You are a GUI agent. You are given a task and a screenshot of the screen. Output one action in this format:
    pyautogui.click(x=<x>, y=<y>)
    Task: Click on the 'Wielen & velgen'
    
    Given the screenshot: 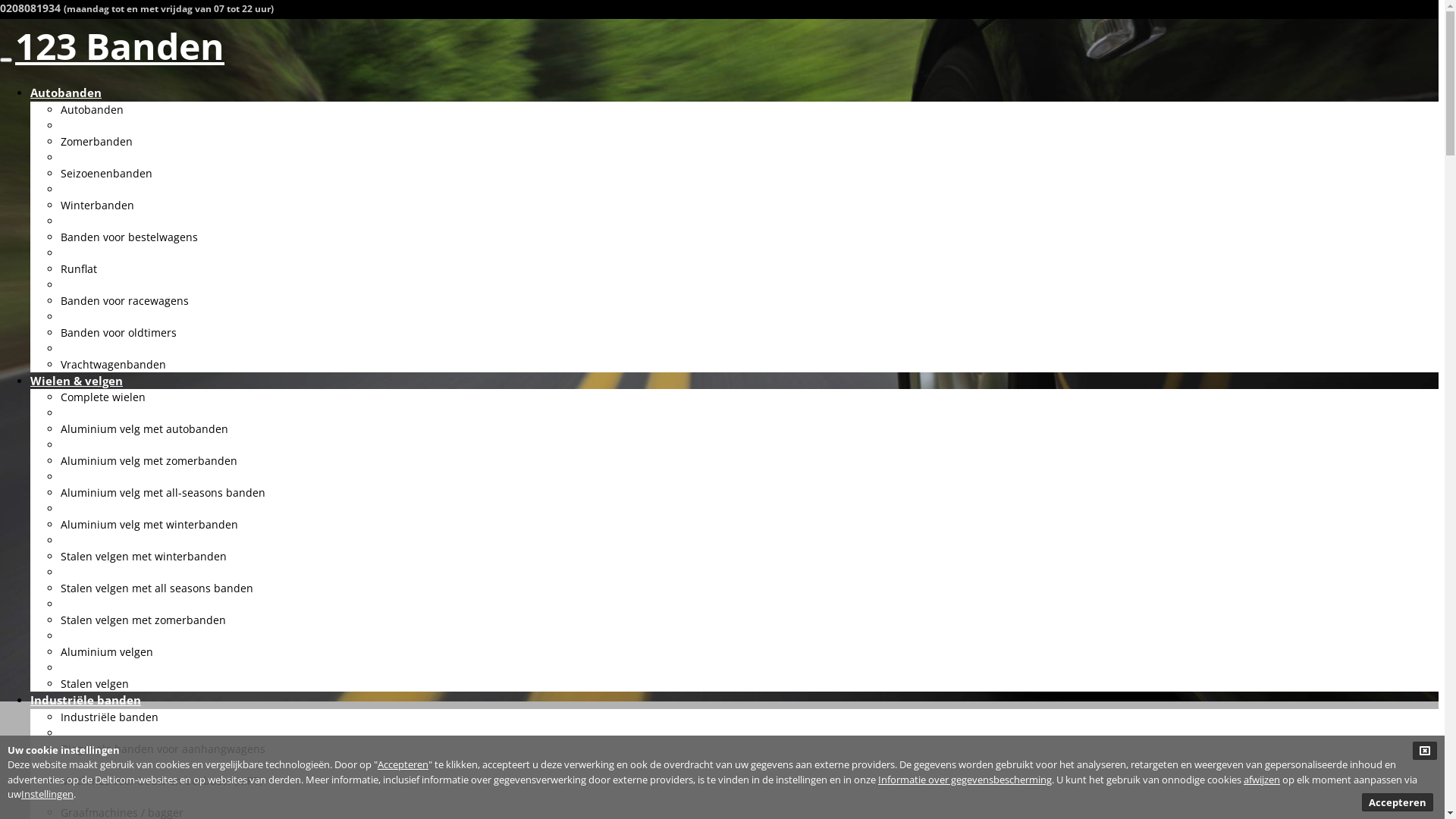 What is the action you would take?
    pyautogui.click(x=75, y=379)
    